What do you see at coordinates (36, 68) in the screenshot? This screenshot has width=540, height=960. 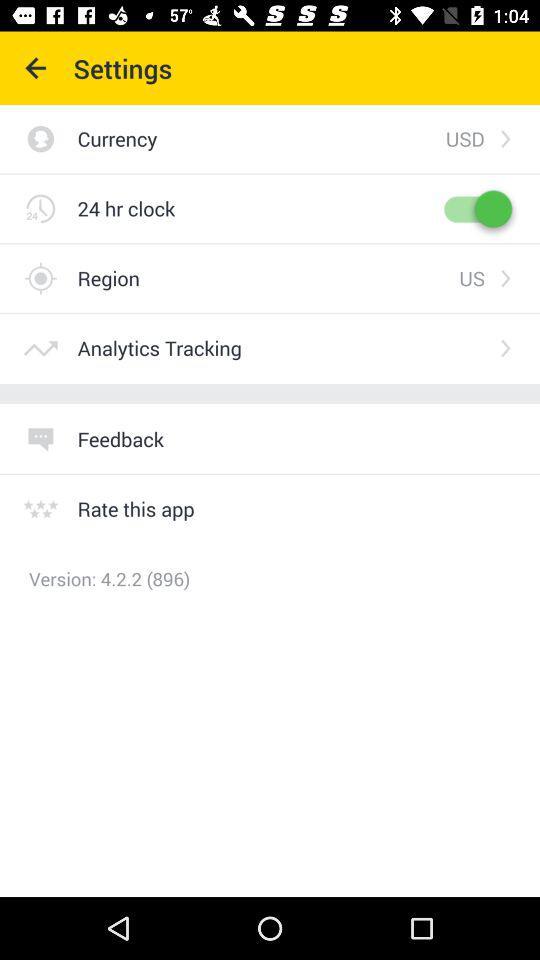 I see `icon next to settings item` at bounding box center [36, 68].